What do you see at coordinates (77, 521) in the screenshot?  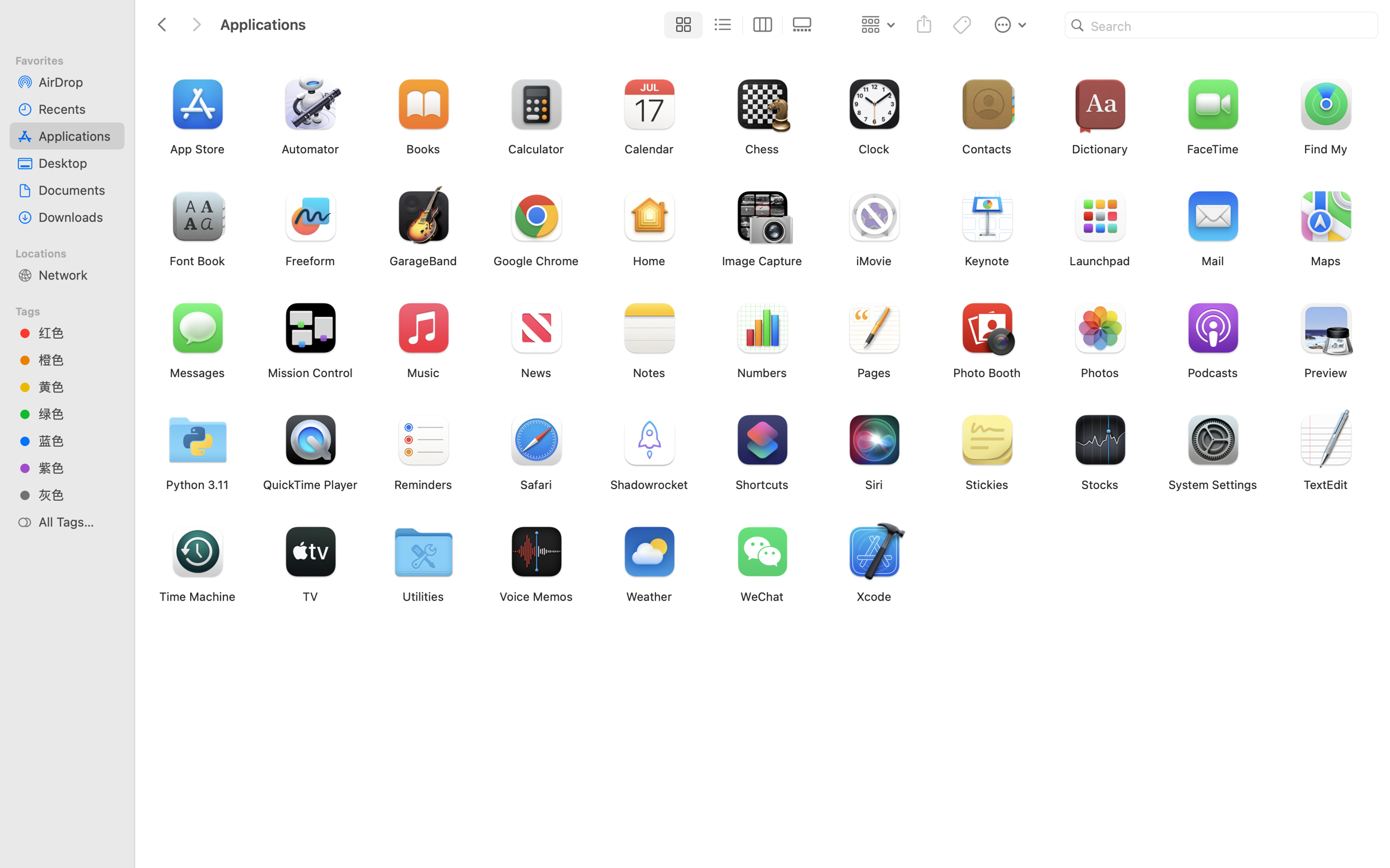 I see `'All Tags…'` at bounding box center [77, 521].